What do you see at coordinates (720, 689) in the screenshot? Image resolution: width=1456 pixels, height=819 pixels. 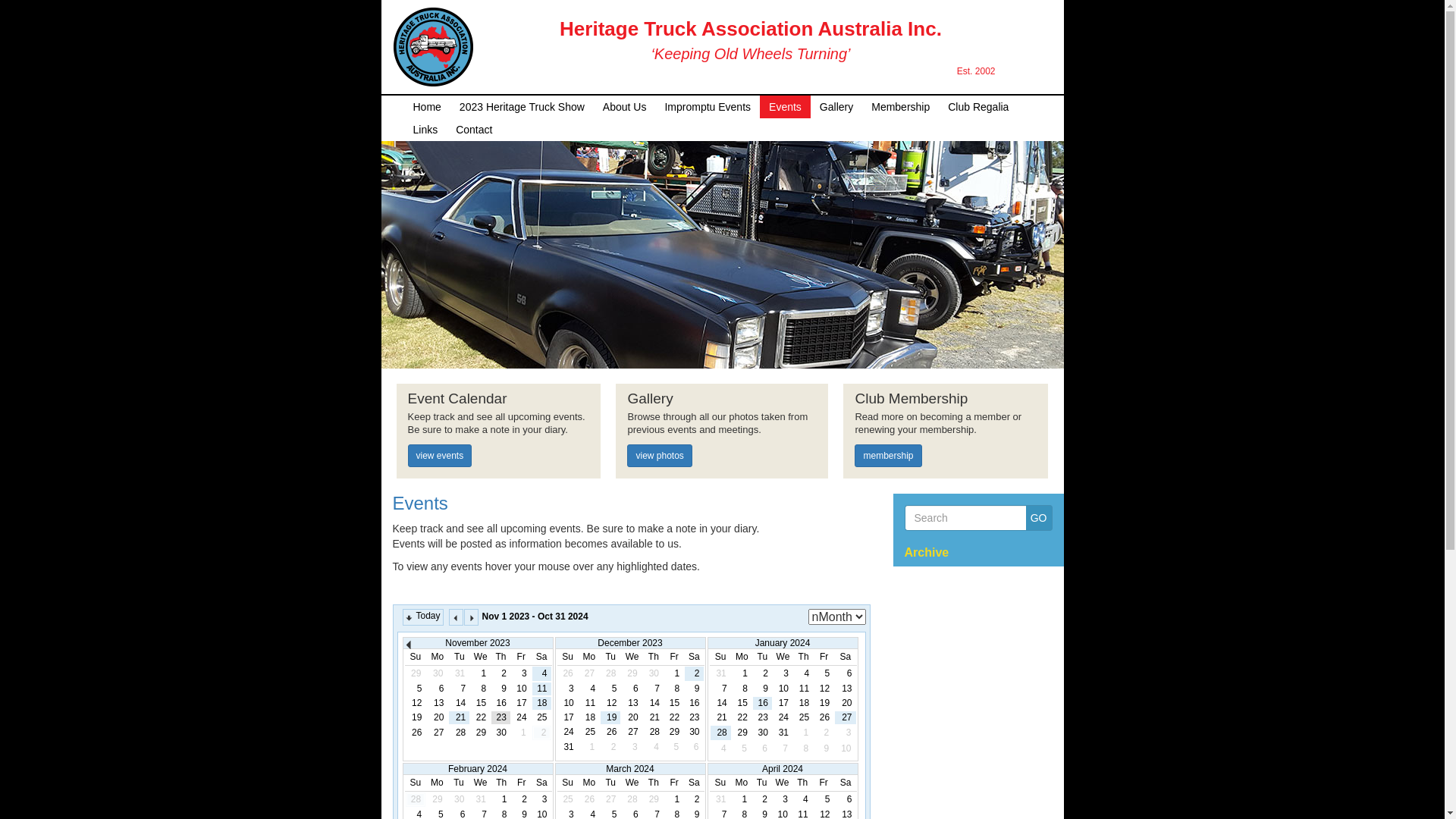 I see `'7'` at bounding box center [720, 689].